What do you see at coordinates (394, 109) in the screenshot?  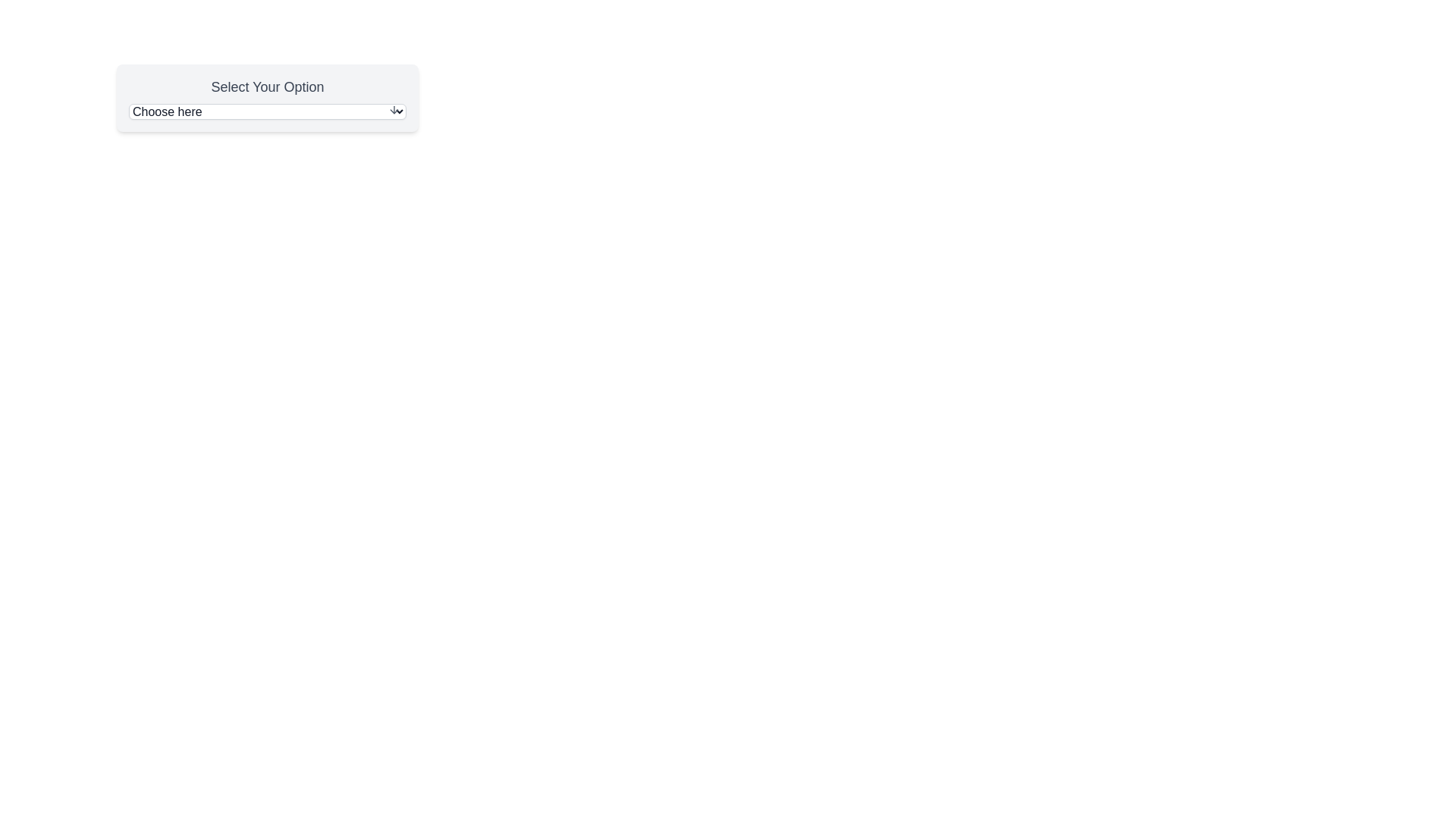 I see `the arrow icon located on the far-right side of the 'Choose here' dropdown input field` at bounding box center [394, 109].